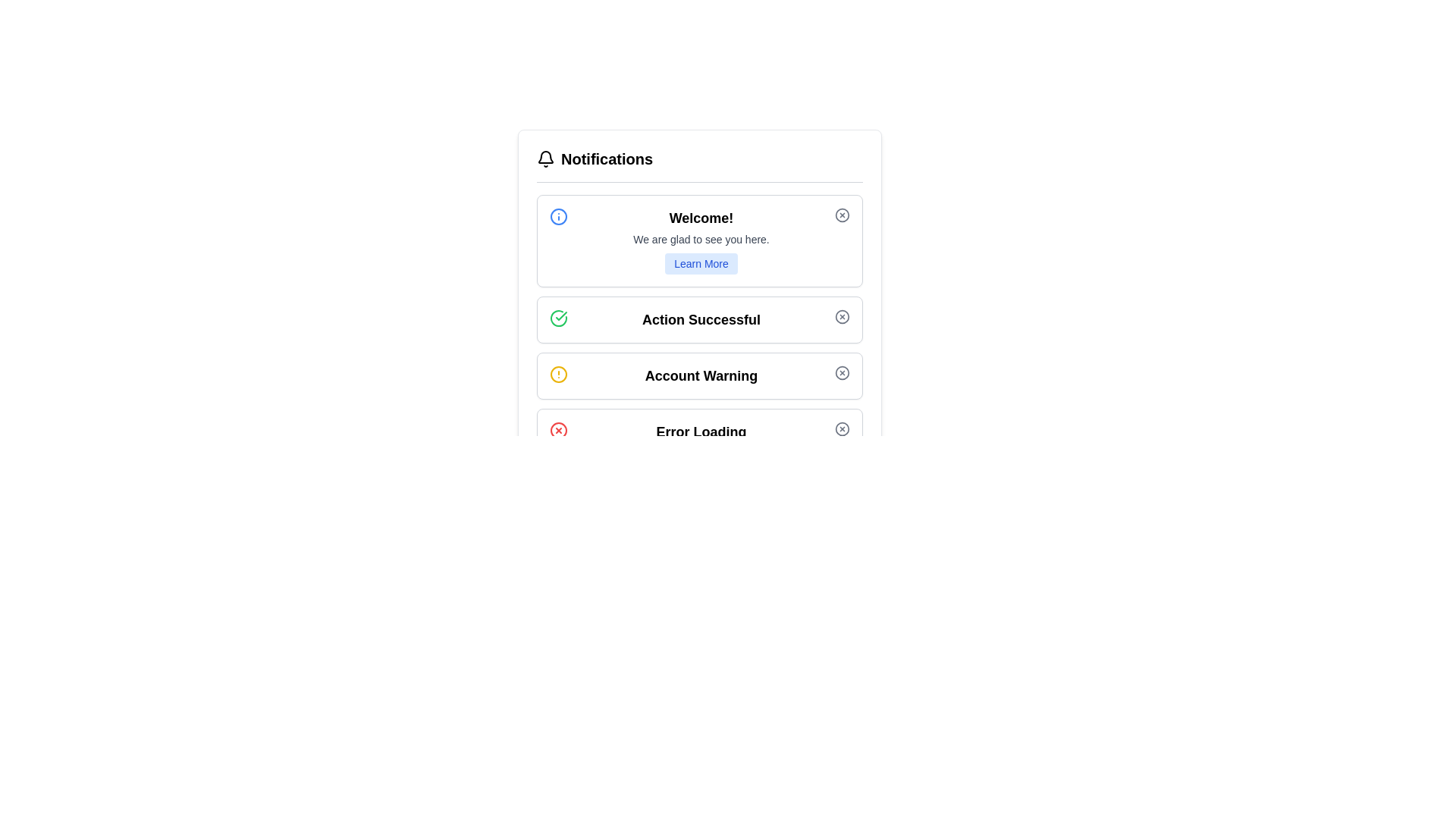 The height and width of the screenshot is (819, 1456). Describe the element at coordinates (841, 215) in the screenshot. I see `the circular SVG element with no fill and a stroke, located in the top-right corner of the 'Welcome!' notification card` at that location.